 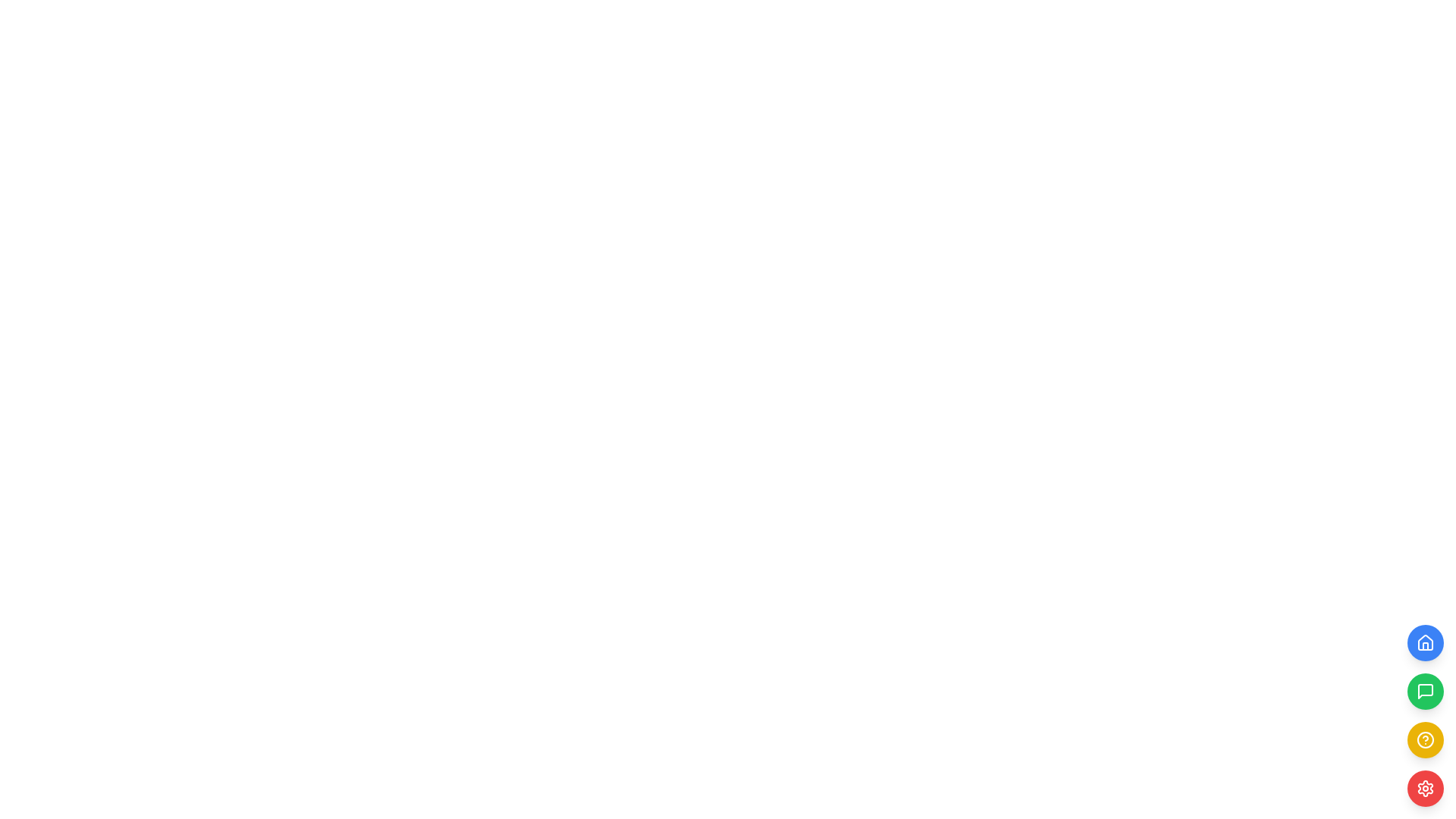 What do you see at coordinates (1425, 691) in the screenshot?
I see `the green circular button with a white chat bubble icon located below the blue home button in the vertical row of circular buttons` at bounding box center [1425, 691].